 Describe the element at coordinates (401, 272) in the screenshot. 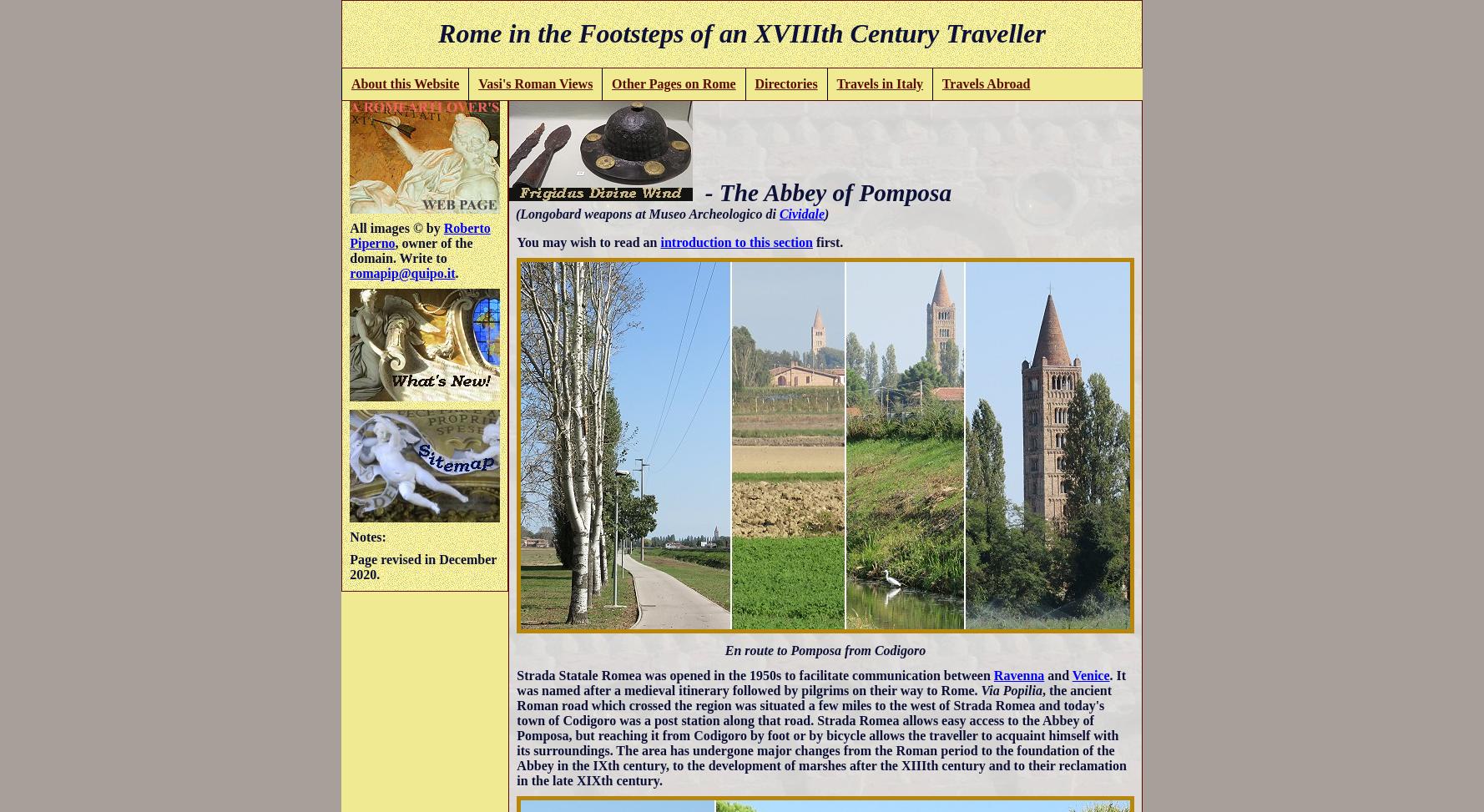

I see `'romapip@quipo.it'` at that location.